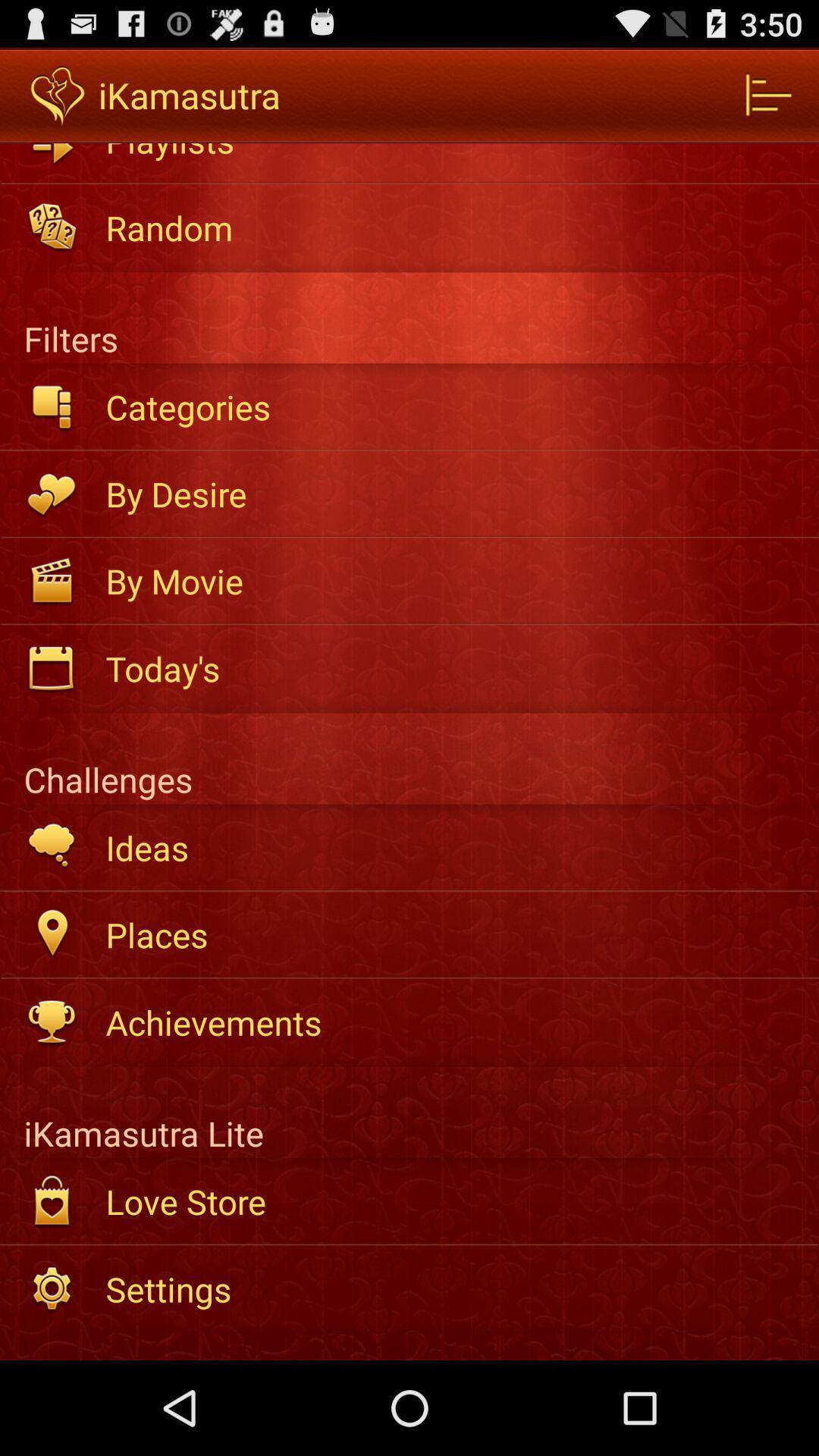 The height and width of the screenshot is (1456, 819). What do you see at coordinates (451, 227) in the screenshot?
I see `the random app` at bounding box center [451, 227].